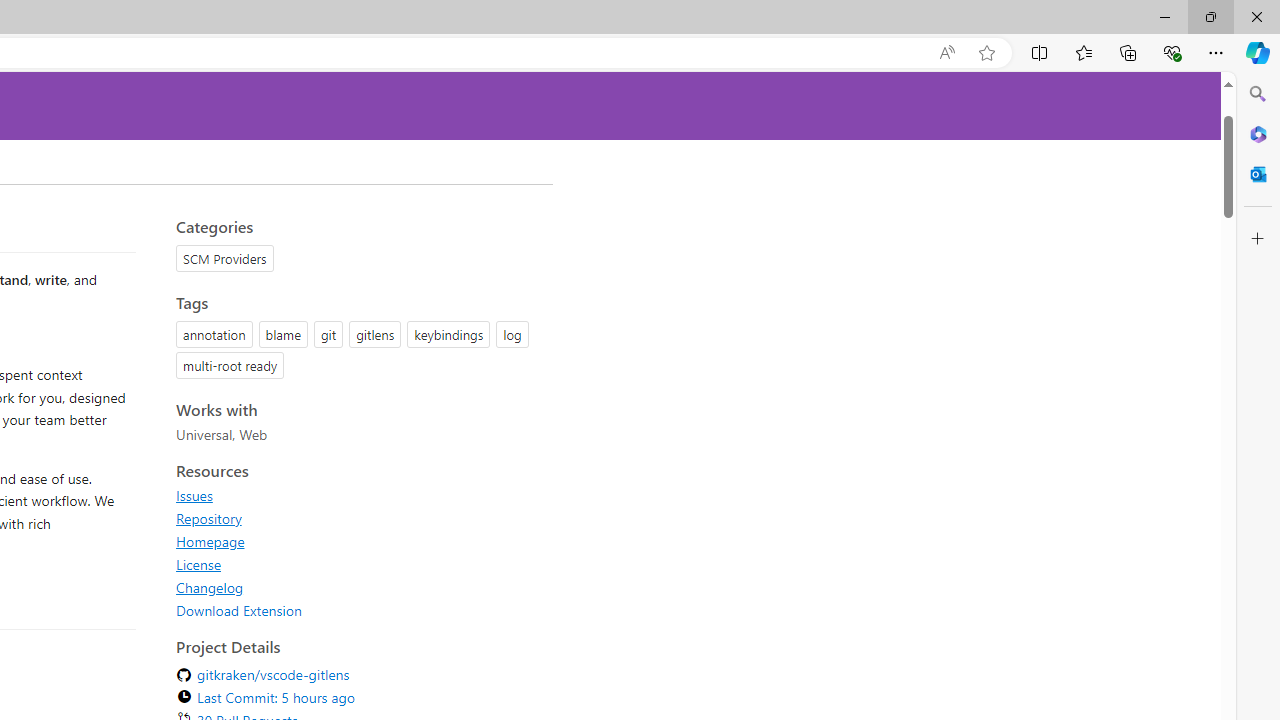 The width and height of the screenshot is (1280, 720). Describe the element at coordinates (1257, 94) in the screenshot. I see `'Search'` at that location.